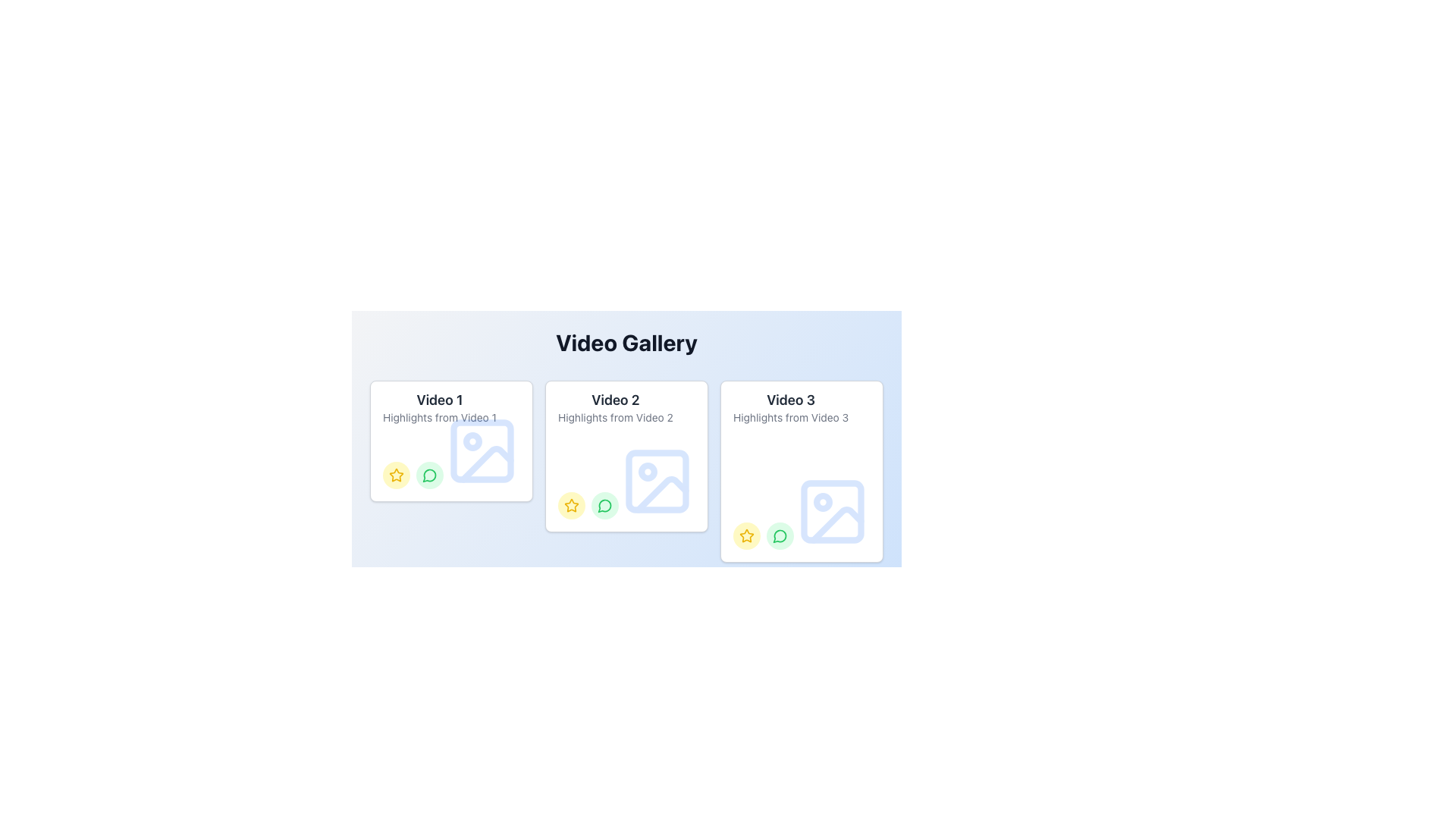 The height and width of the screenshot is (819, 1456). I want to click on the Text Block displaying 'Video 1' and 'Highlights from Video 1', located in the top-left section of the first card in the 'Video Gallery', so click(439, 409).